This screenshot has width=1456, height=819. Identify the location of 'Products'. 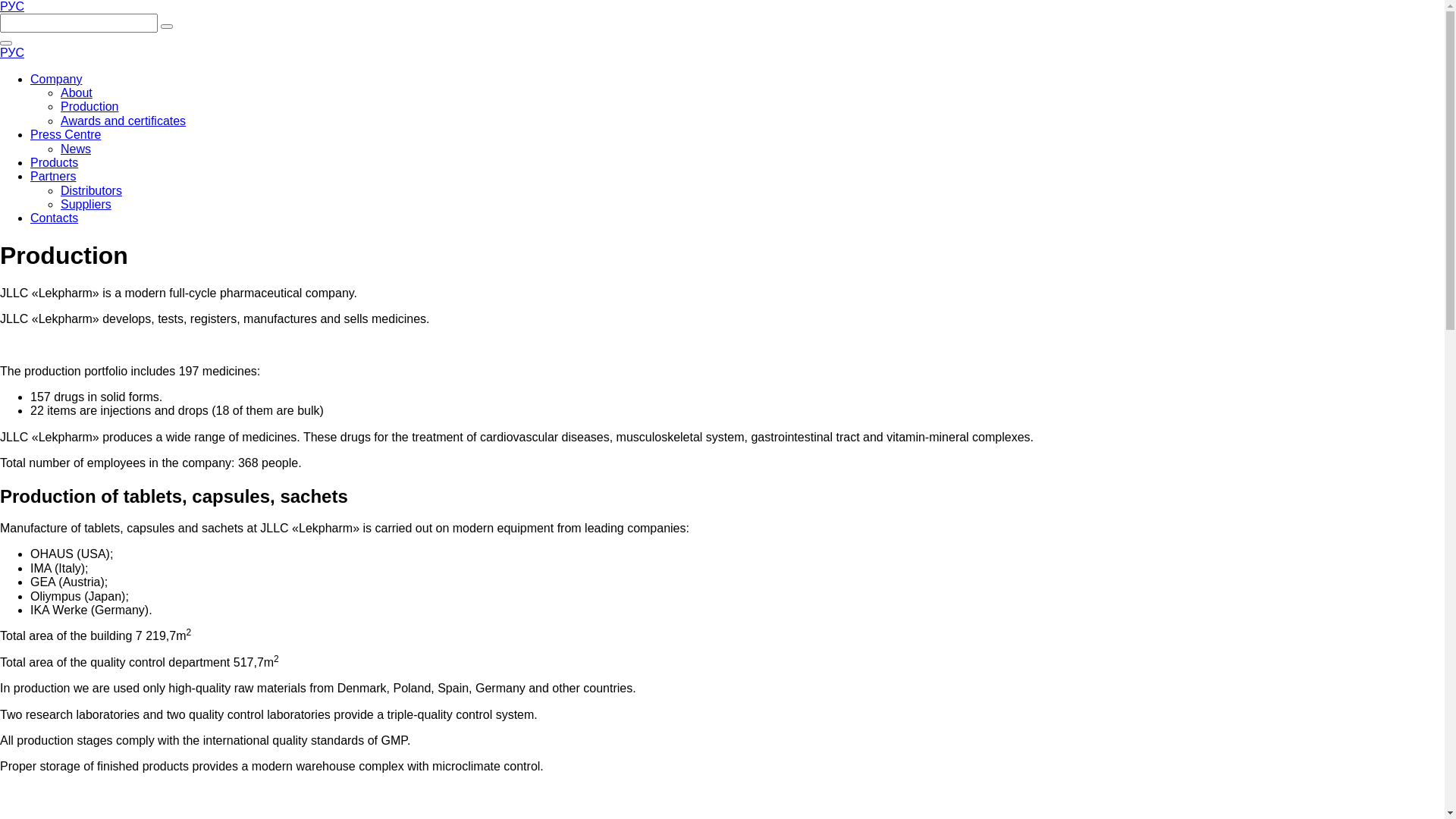
(30, 162).